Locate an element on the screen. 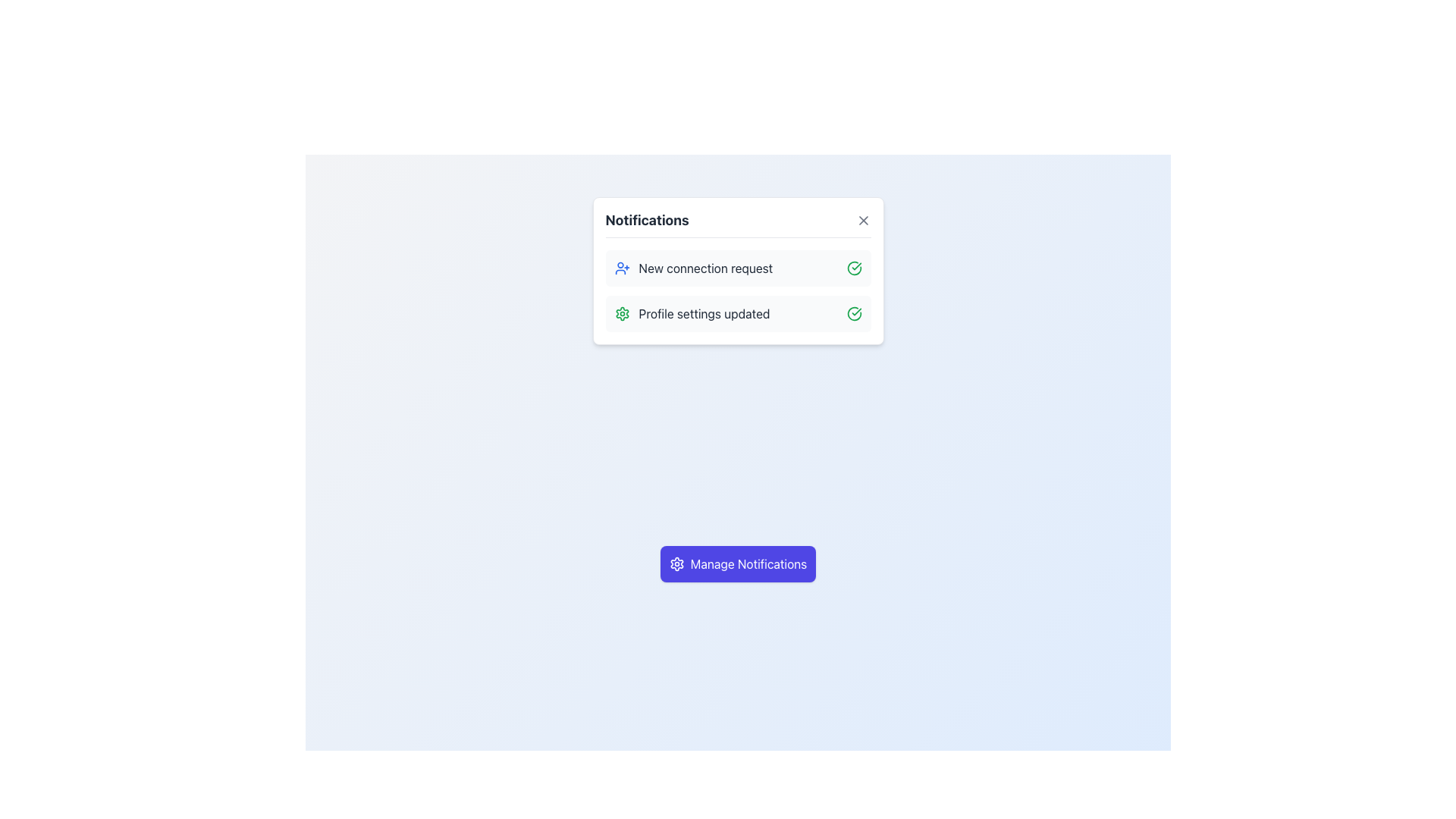 The height and width of the screenshot is (819, 1456). the static text label displaying 'Profile settings updated', which is centrally aligned beneath the 'New connection request' notification and flanked by green icons is located at coordinates (703, 312).